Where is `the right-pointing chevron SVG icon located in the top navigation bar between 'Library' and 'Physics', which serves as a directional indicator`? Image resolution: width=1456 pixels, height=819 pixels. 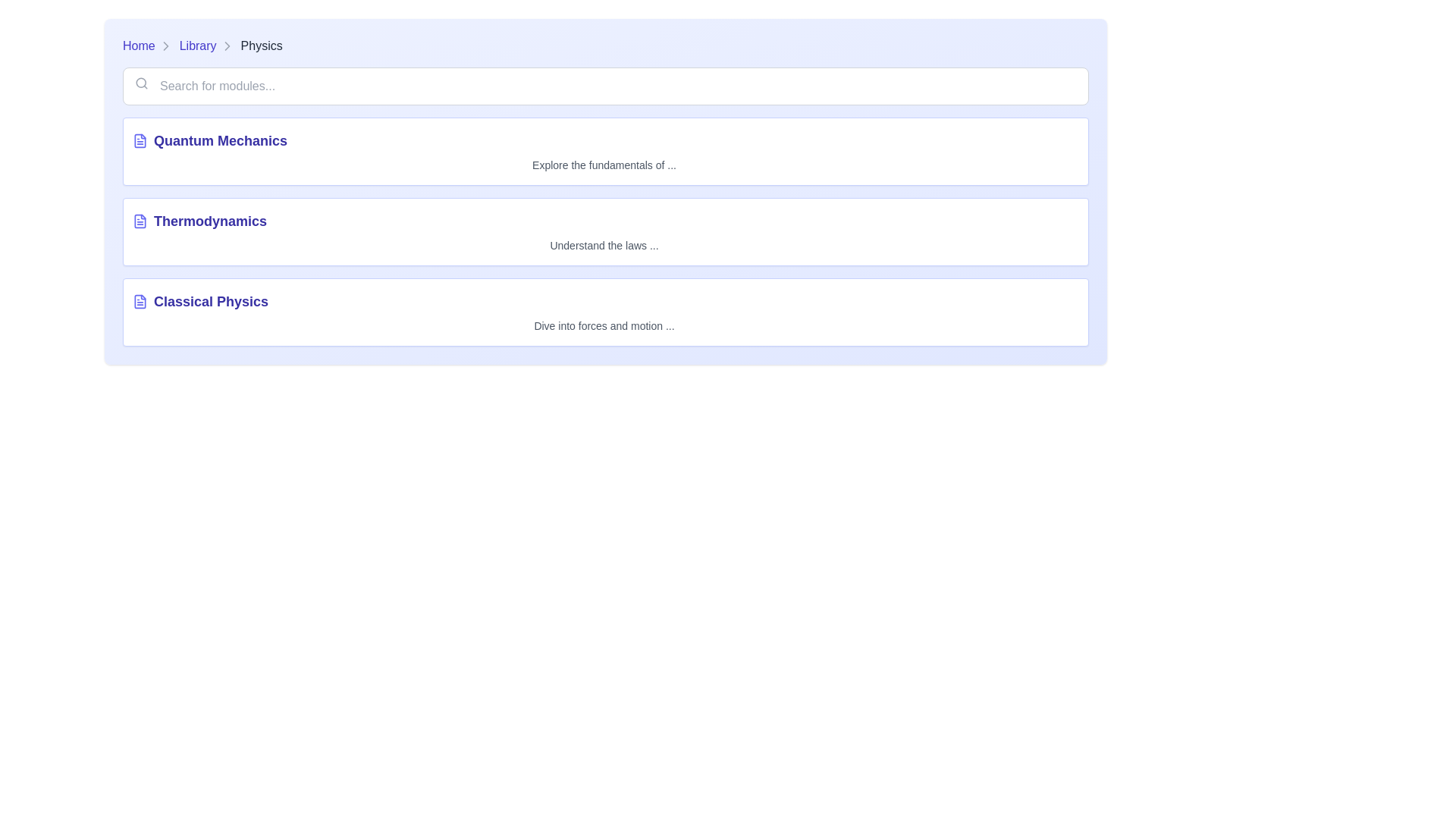
the right-pointing chevron SVG icon located in the top navigation bar between 'Library' and 'Physics', which serves as a directional indicator is located at coordinates (226, 45).